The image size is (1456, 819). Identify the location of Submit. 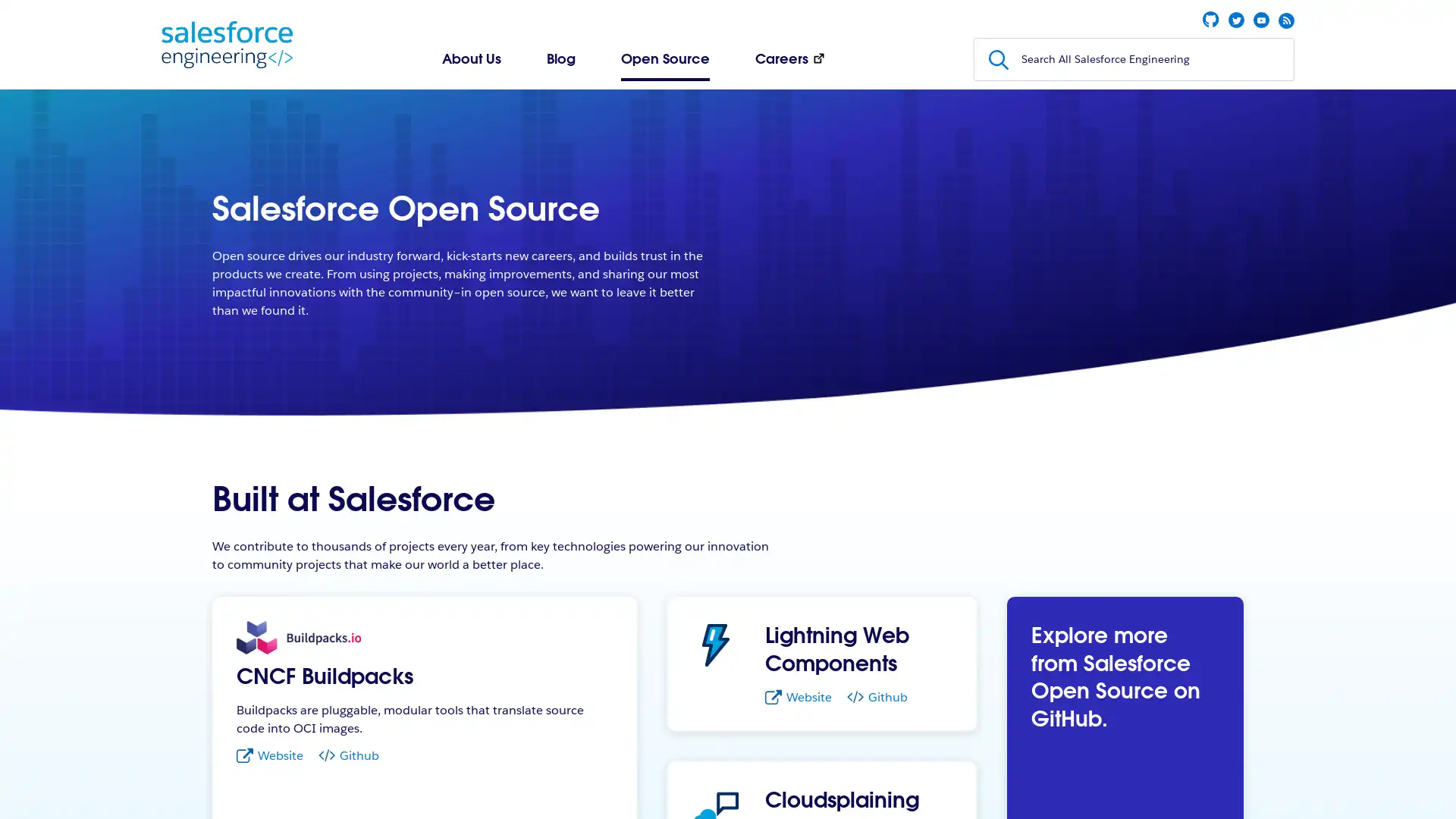
(1293, 36).